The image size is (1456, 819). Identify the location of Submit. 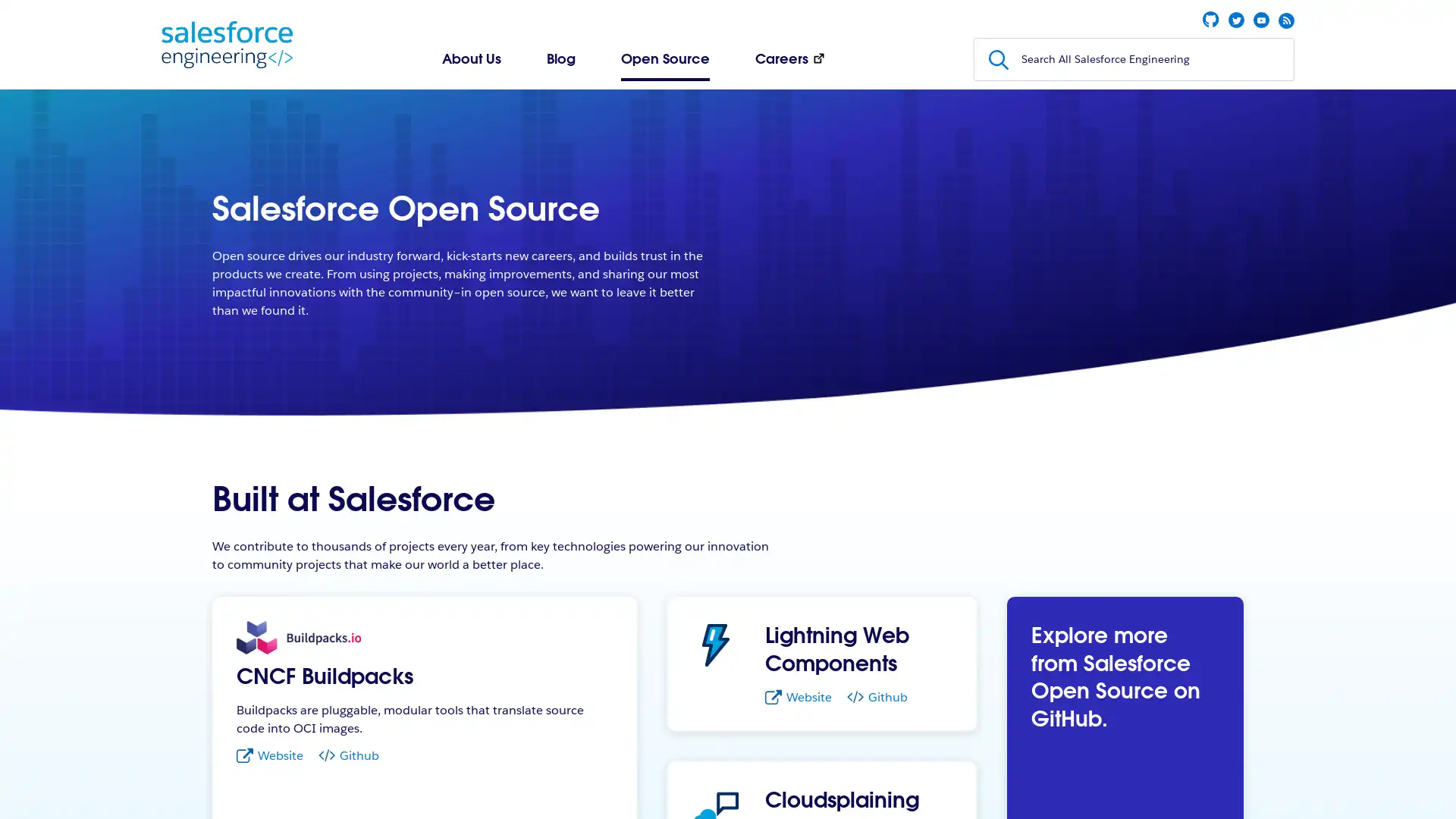
(1293, 36).